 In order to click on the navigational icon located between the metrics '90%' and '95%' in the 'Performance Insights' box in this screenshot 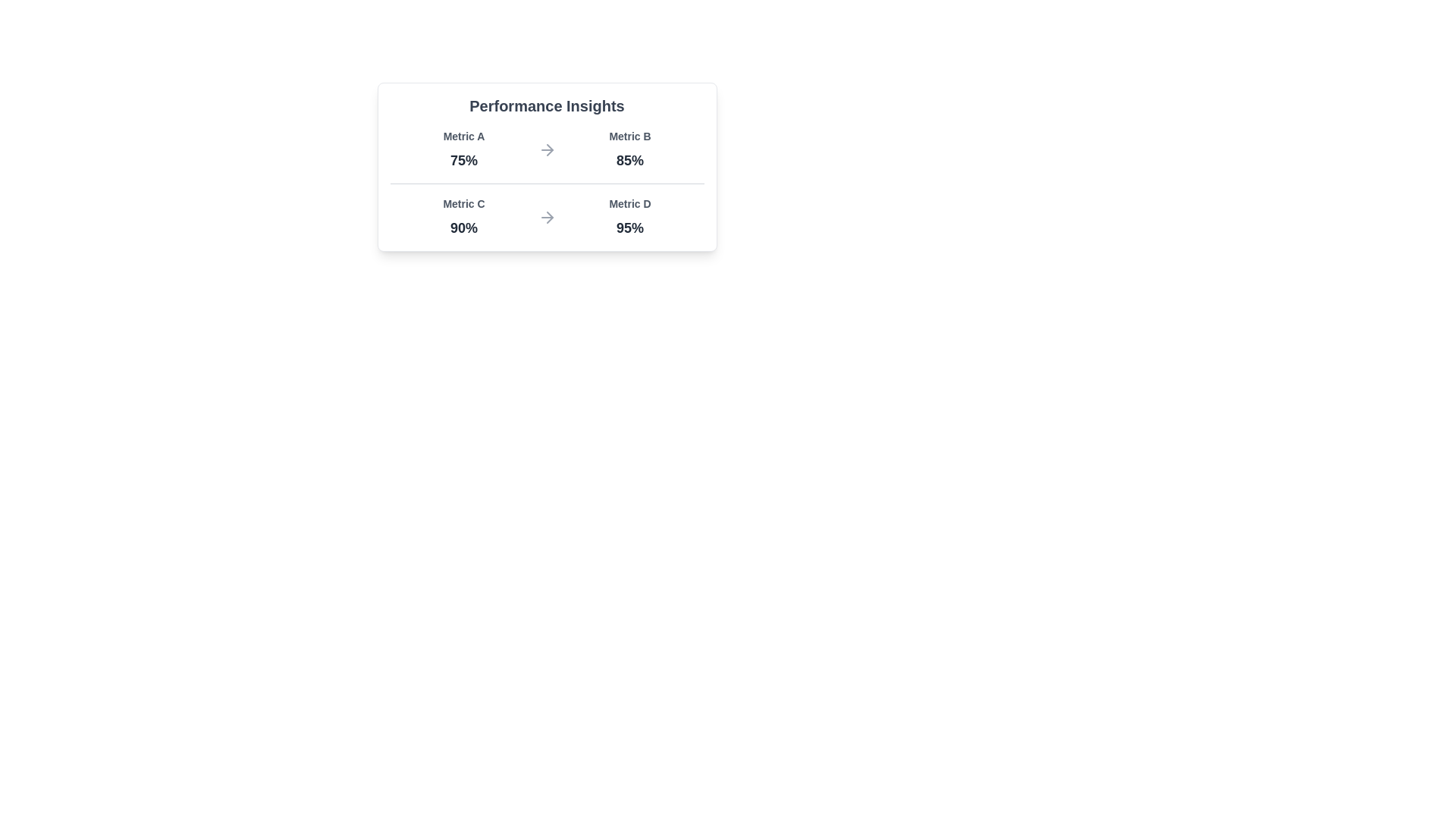, I will do `click(546, 217)`.